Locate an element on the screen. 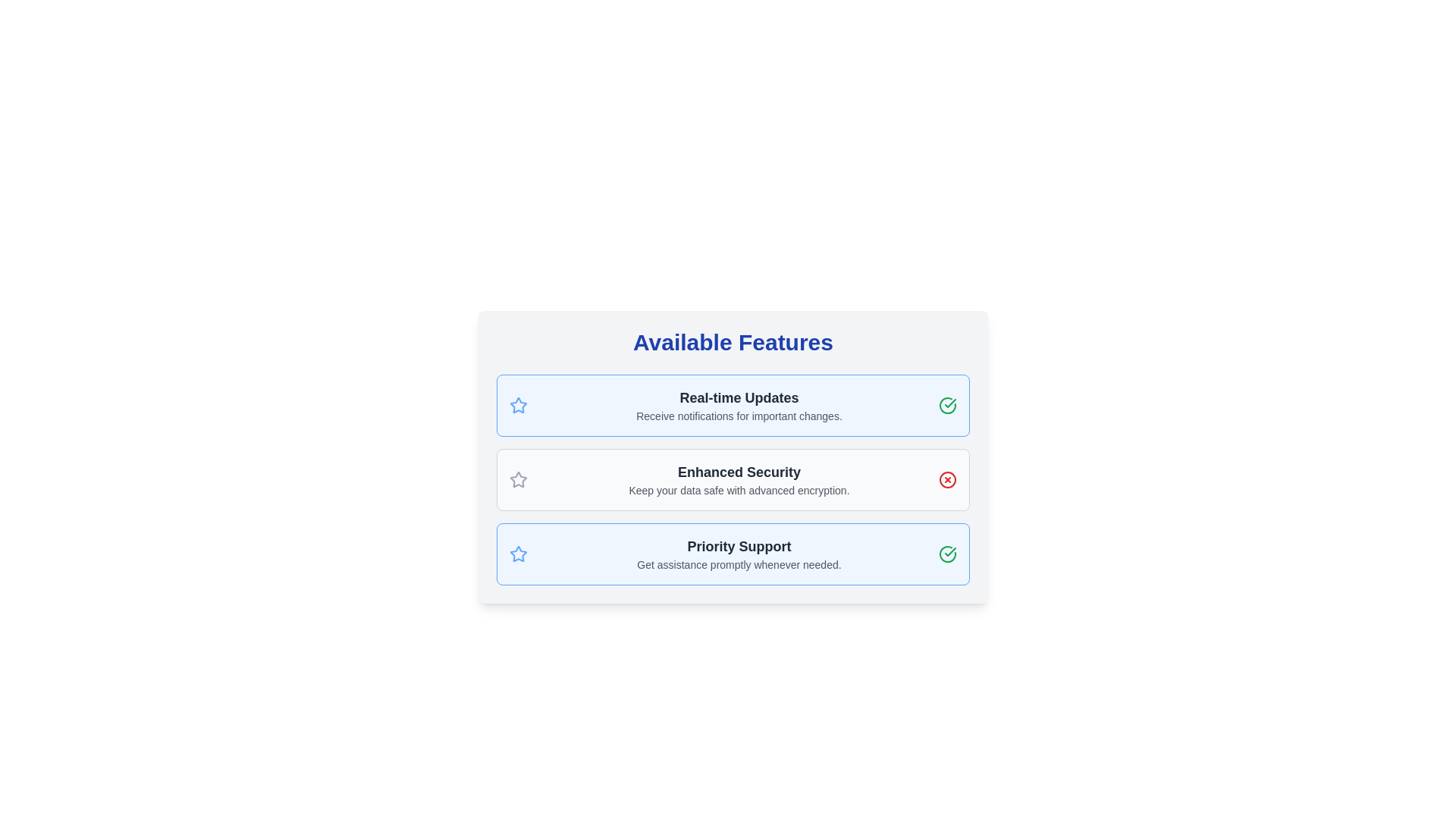  the active status icon located in the lower-right corner of the third feature in the vertical list, which indicates that the 'Priority Support' feature is successfully configured is located at coordinates (949, 403).